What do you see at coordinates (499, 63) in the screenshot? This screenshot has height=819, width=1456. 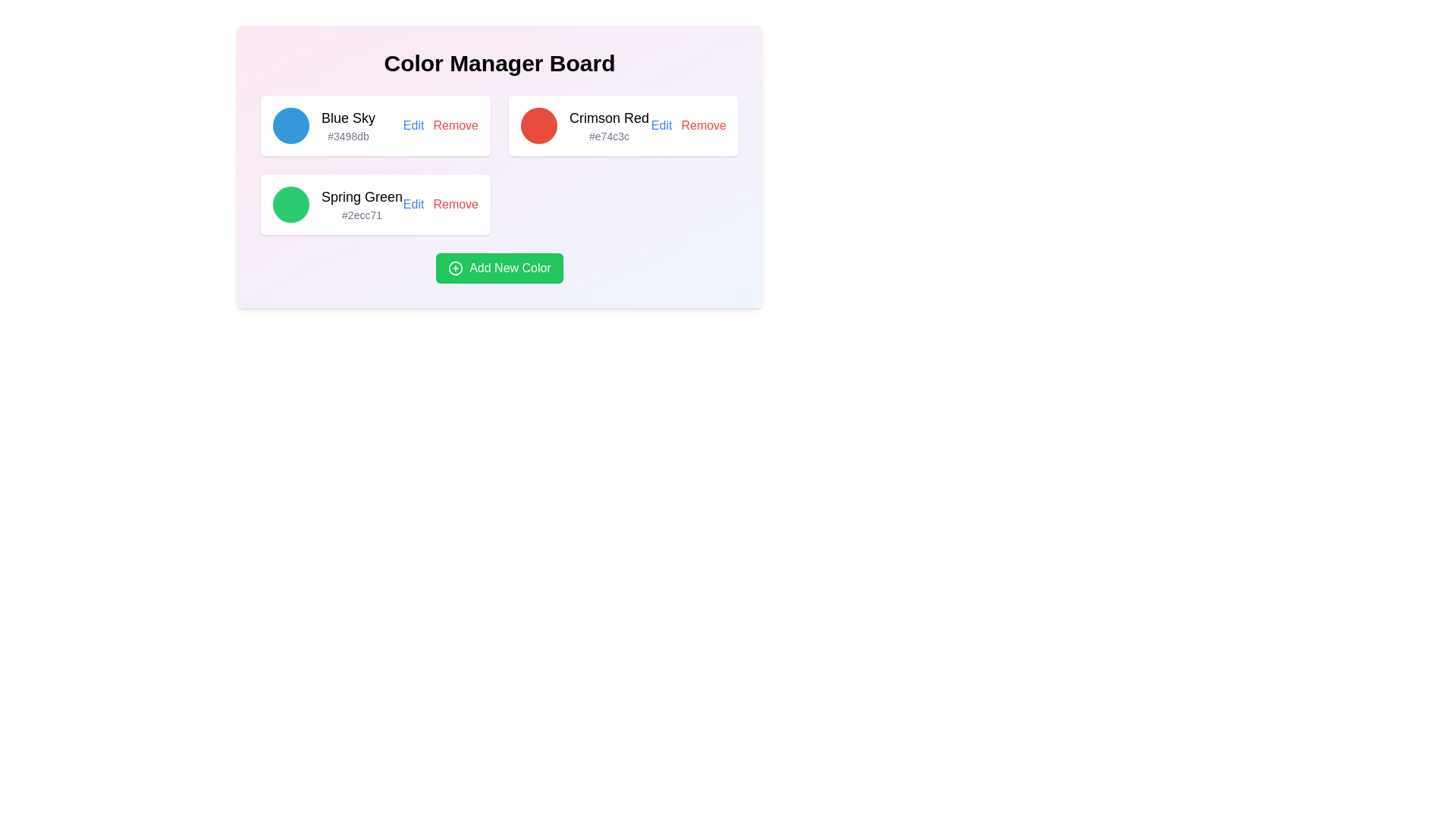 I see `the large, bold, center-aligned heading reading 'Color Manager Board', which is positioned at the top of the interface above the list of color entries and buttons` at bounding box center [499, 63].